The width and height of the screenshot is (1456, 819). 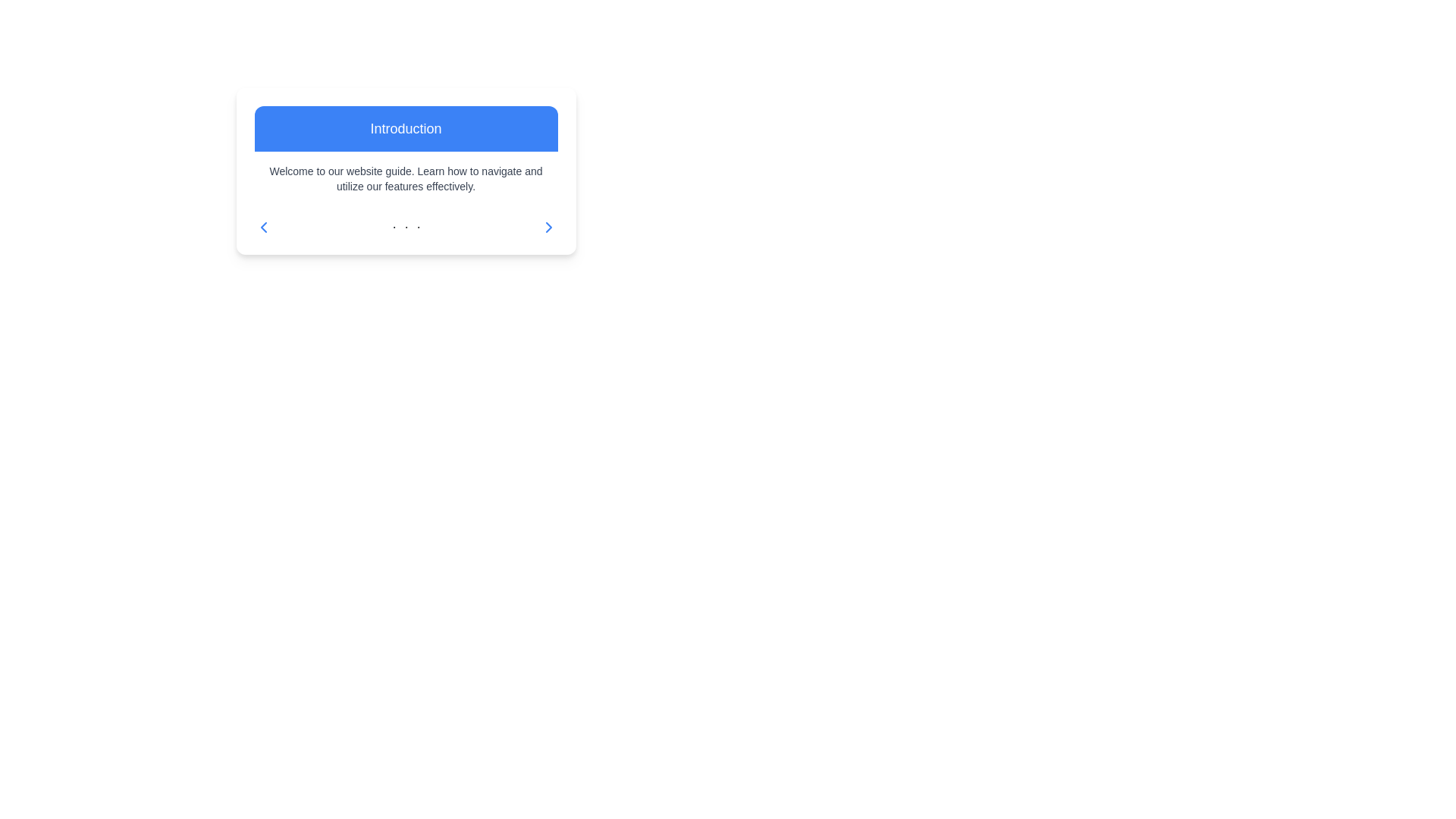 I want to click on the text block stating 'Welcome to our website guide. Learn how to navigate and utilize our features effectively.' which is centrally aligned below the 'Introduction' header, so click(x=406, y=177).